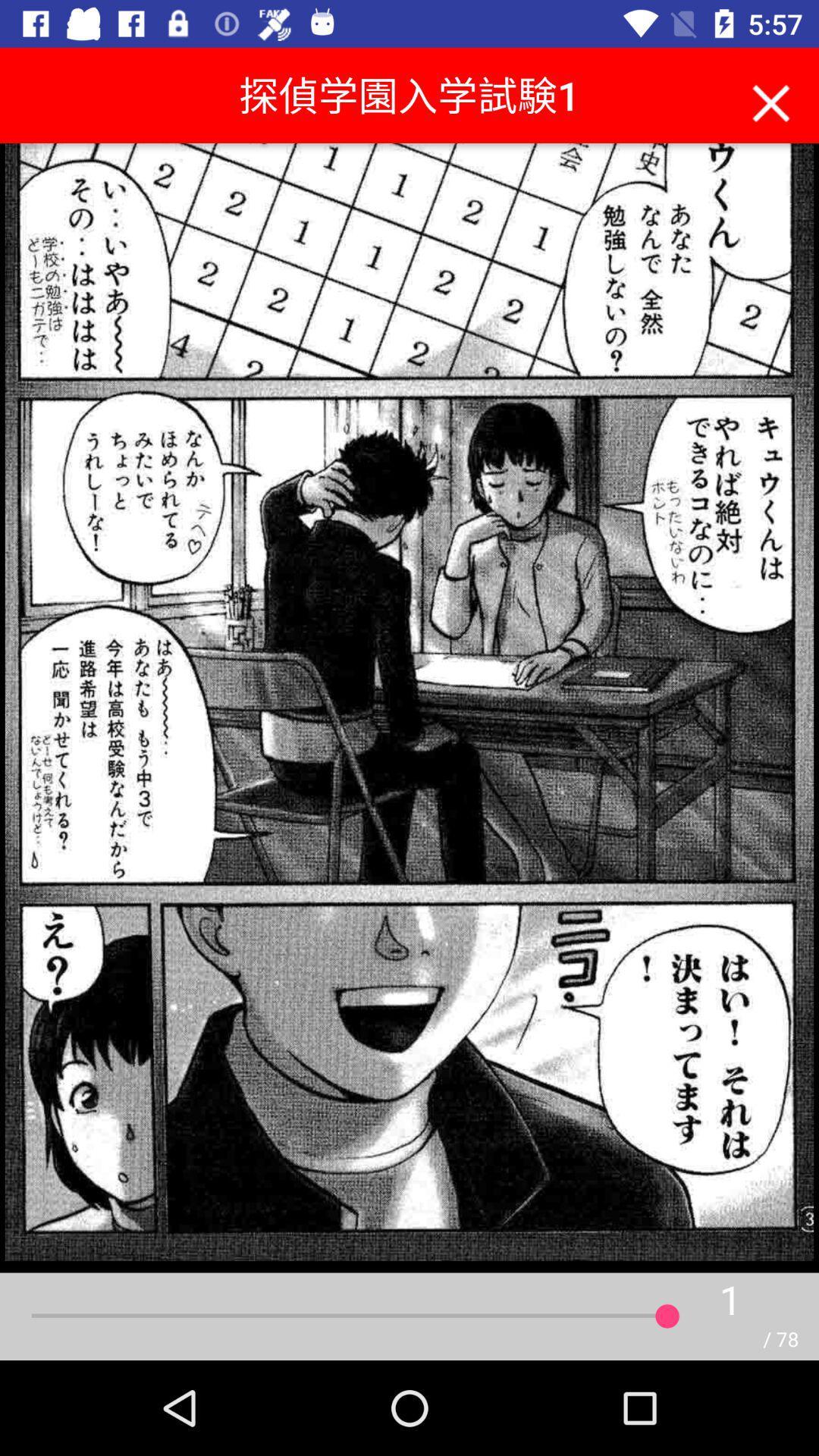 The image size is (819, 1456). I want to click on icon above the 1 item, so click(771, 99).